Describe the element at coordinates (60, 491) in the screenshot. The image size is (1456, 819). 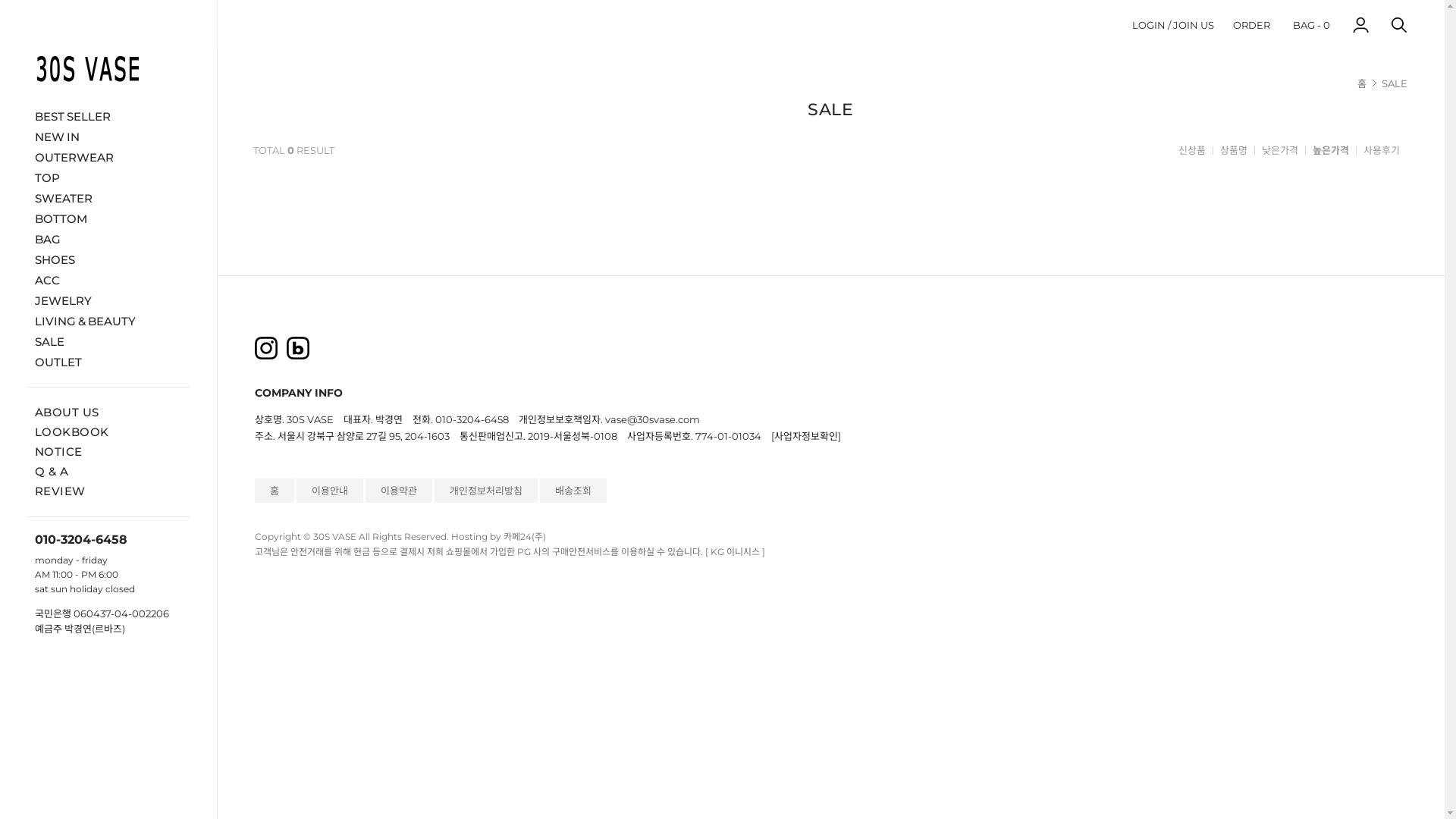
I see `'REVIEW'` at that location.